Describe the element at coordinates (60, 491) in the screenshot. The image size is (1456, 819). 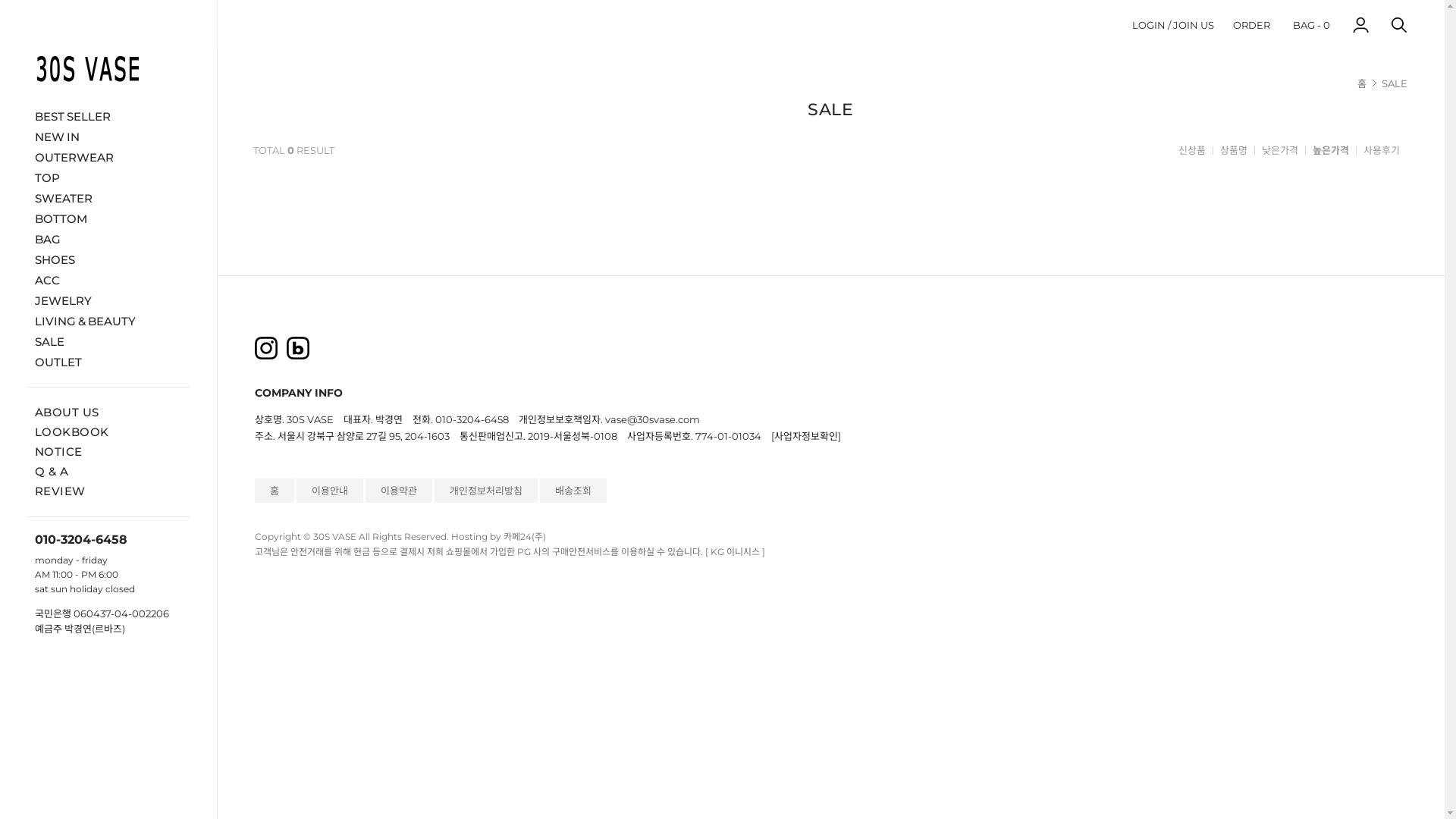
I see `'REVIEW'` at that location.